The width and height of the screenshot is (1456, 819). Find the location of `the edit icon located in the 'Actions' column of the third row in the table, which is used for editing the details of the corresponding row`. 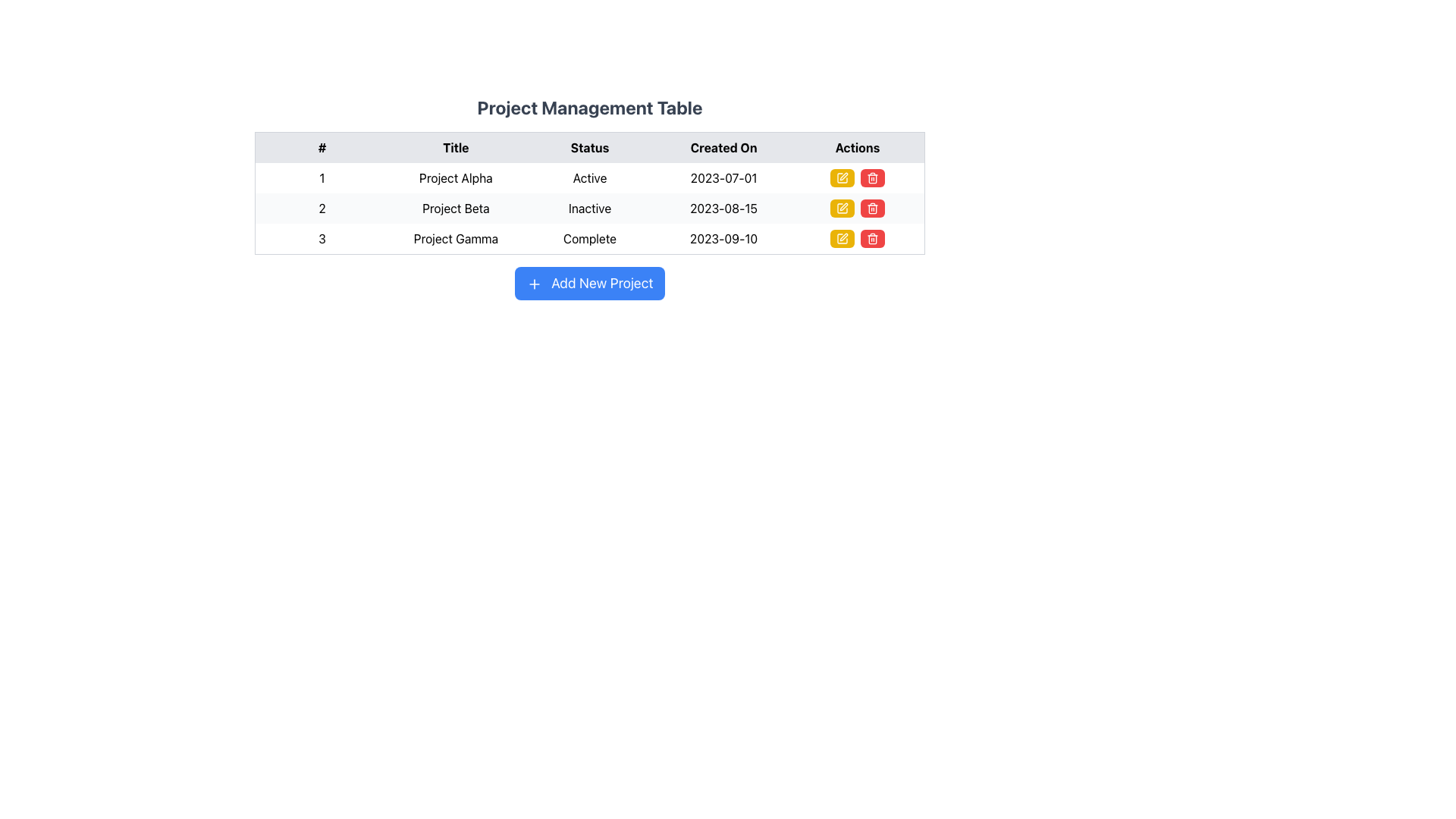

the edit icon located in the 'Actions' column of the third row in the table, which is used for editing the details of the corresponding row is located at coordinates (843, 175).